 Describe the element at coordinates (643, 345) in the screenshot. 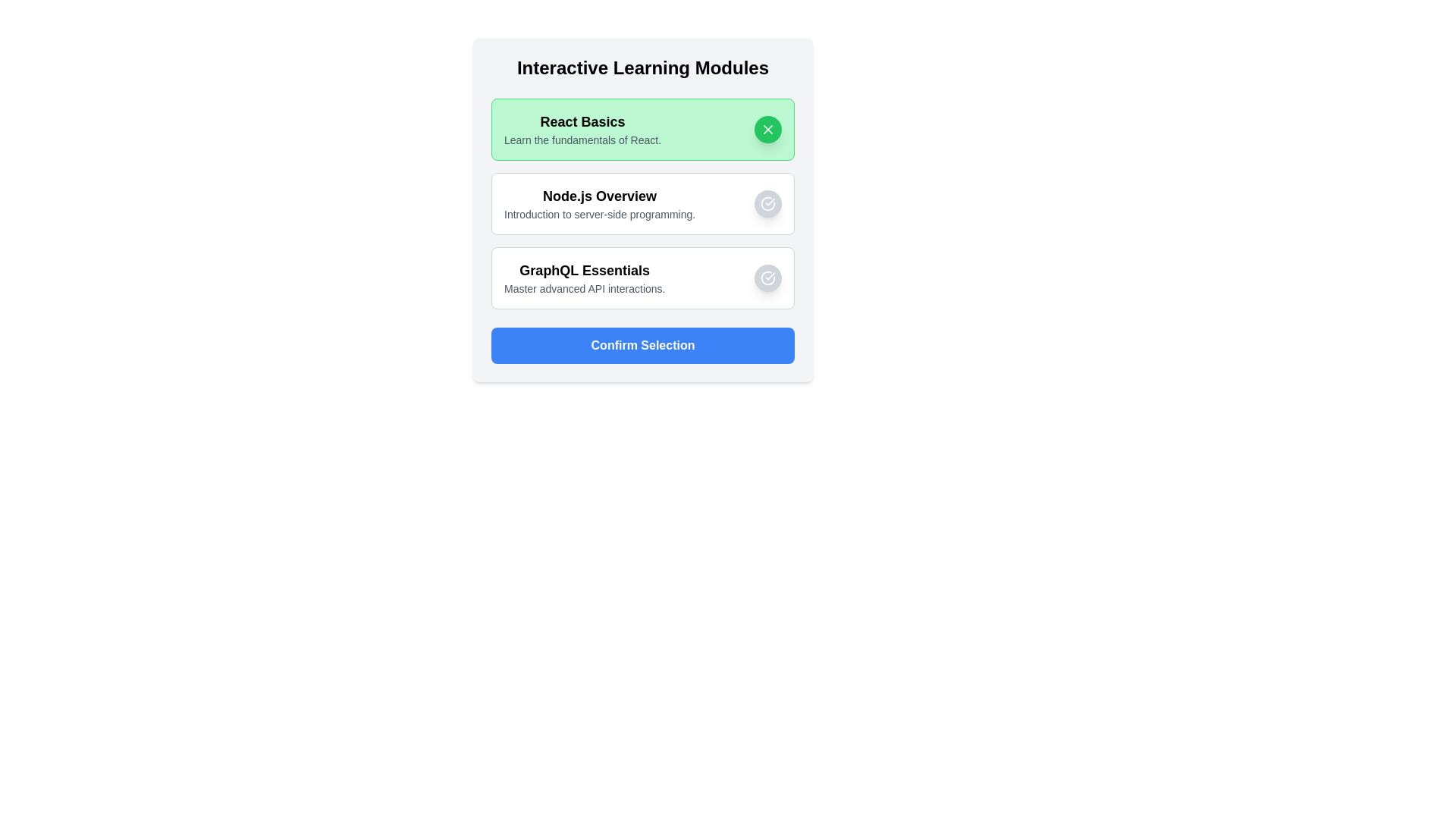

I see `the 'Confirm Selection' button` at that location.